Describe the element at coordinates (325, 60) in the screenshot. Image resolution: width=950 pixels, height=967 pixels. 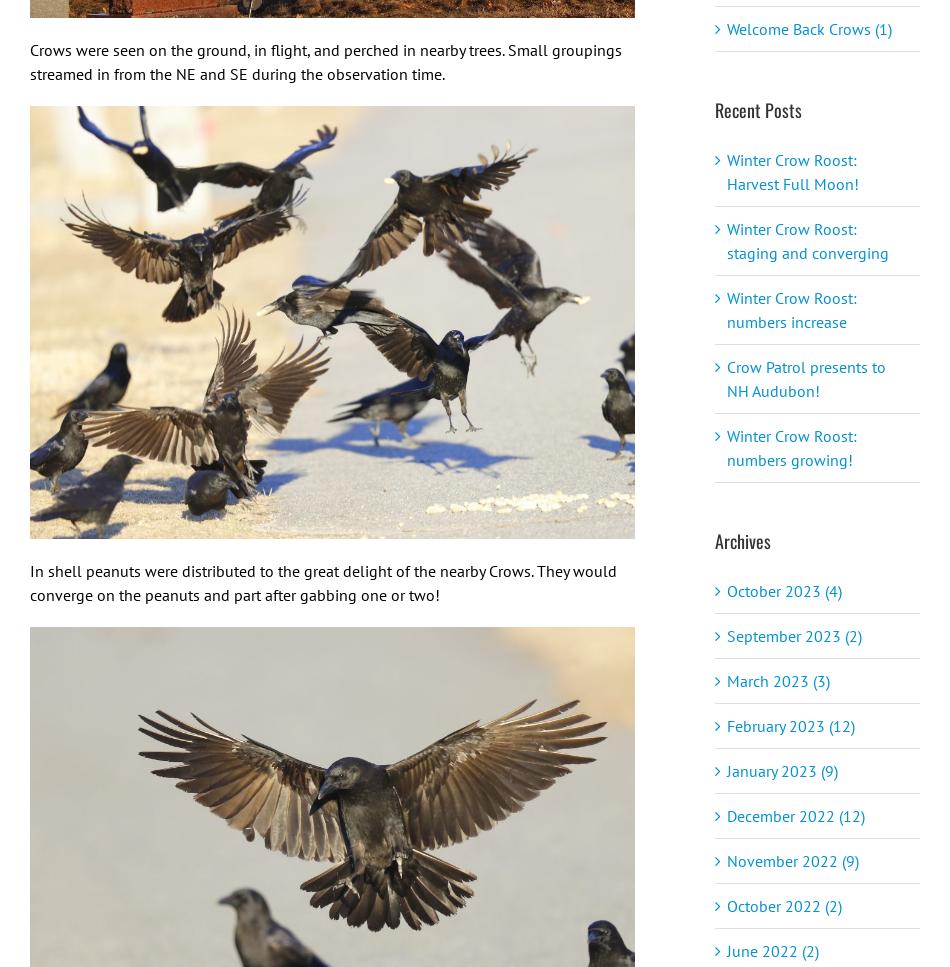
I see `'Crows were seen on the ground, in flight, and perched in nearby trees. Small groupings streamed in from the NE and SE during the observation time.'` at that location.